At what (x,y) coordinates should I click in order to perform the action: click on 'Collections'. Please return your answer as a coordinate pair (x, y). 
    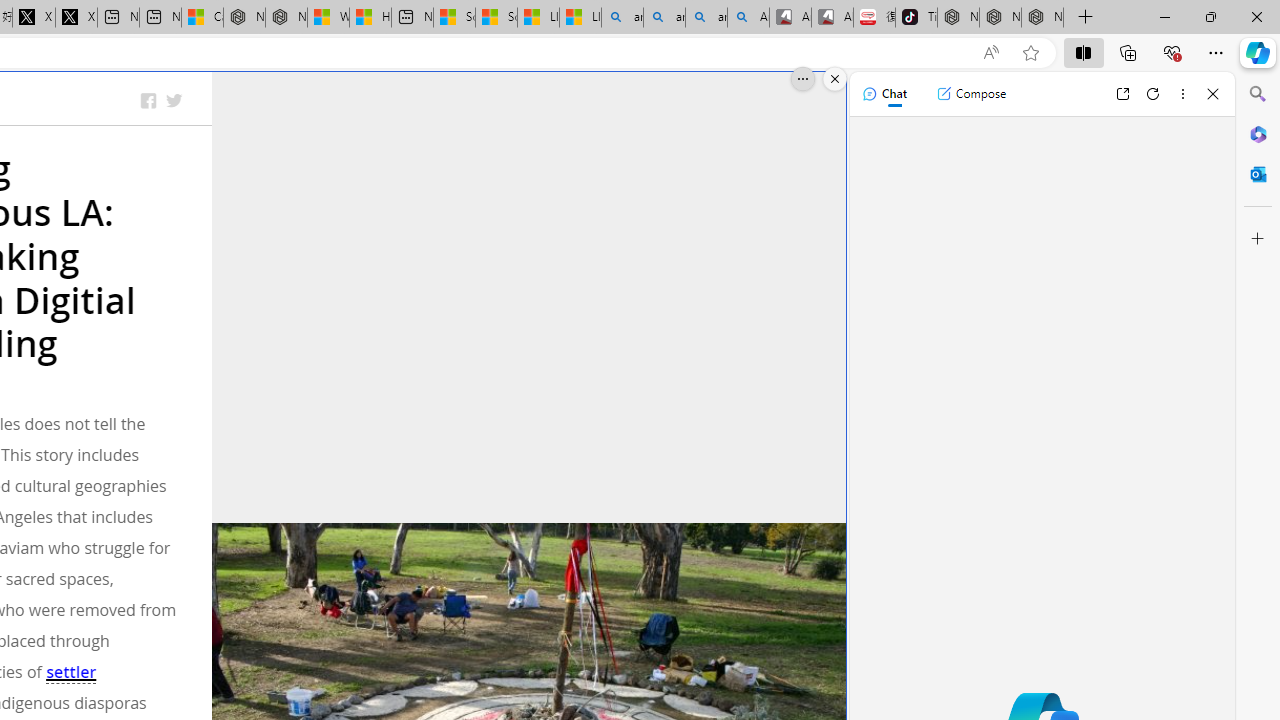
    Looking at the image, I should click on (1128, 51).